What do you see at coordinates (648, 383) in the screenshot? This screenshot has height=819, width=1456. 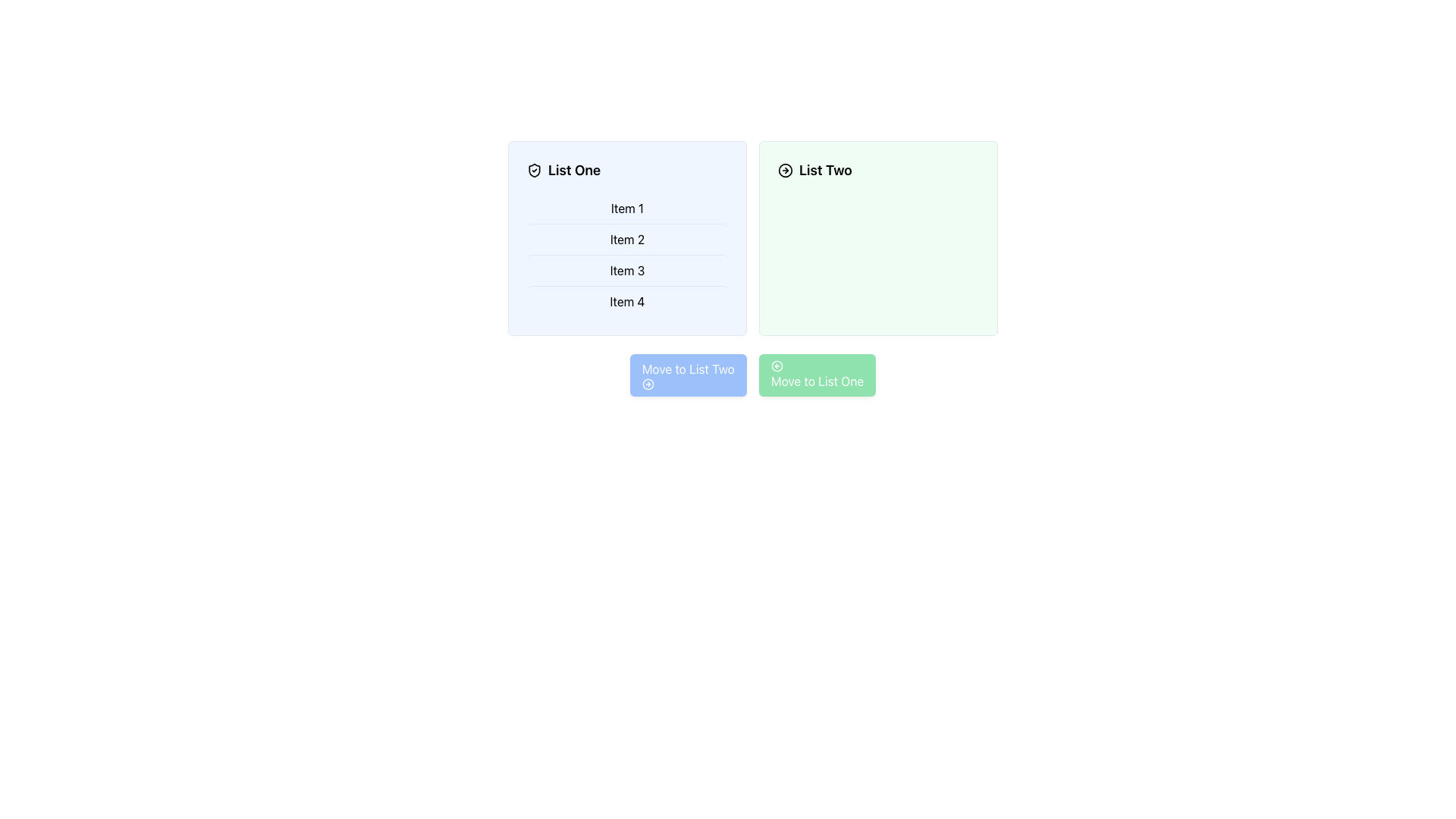 I see `the small circular icon with a rightward arrow inside, located to the left of the 'Move to List Two' button` at bounding box center [648, 383].